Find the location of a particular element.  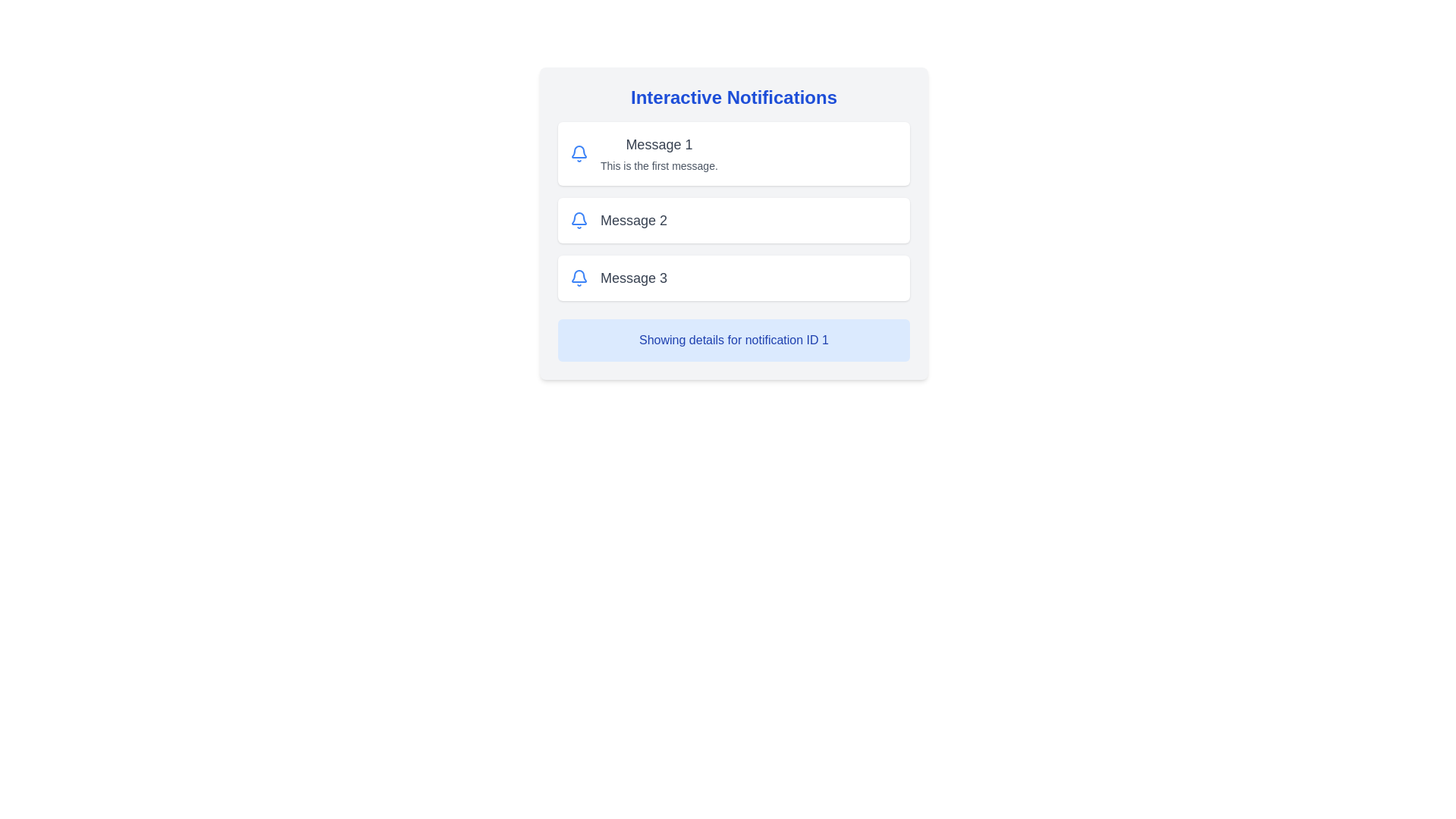

the Text element displaying the title and description of the first notification in the list, located near the upper-left corner of the card below 'Interactive Notifications' is located at coordinates (659, 154).